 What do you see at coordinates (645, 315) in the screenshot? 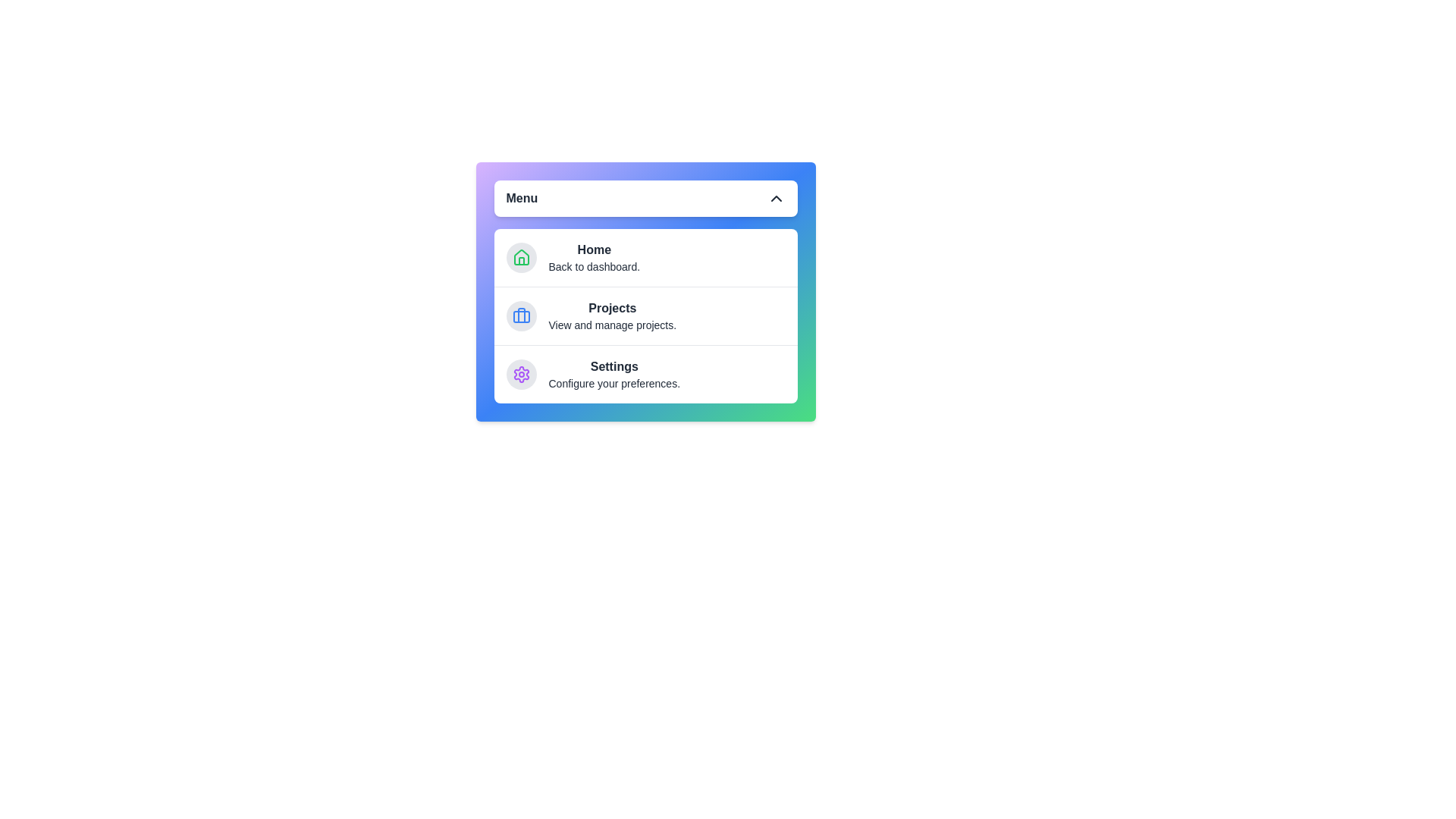
I see `the menu item Projects to see its hover effect` at bounding box center [645, 315].